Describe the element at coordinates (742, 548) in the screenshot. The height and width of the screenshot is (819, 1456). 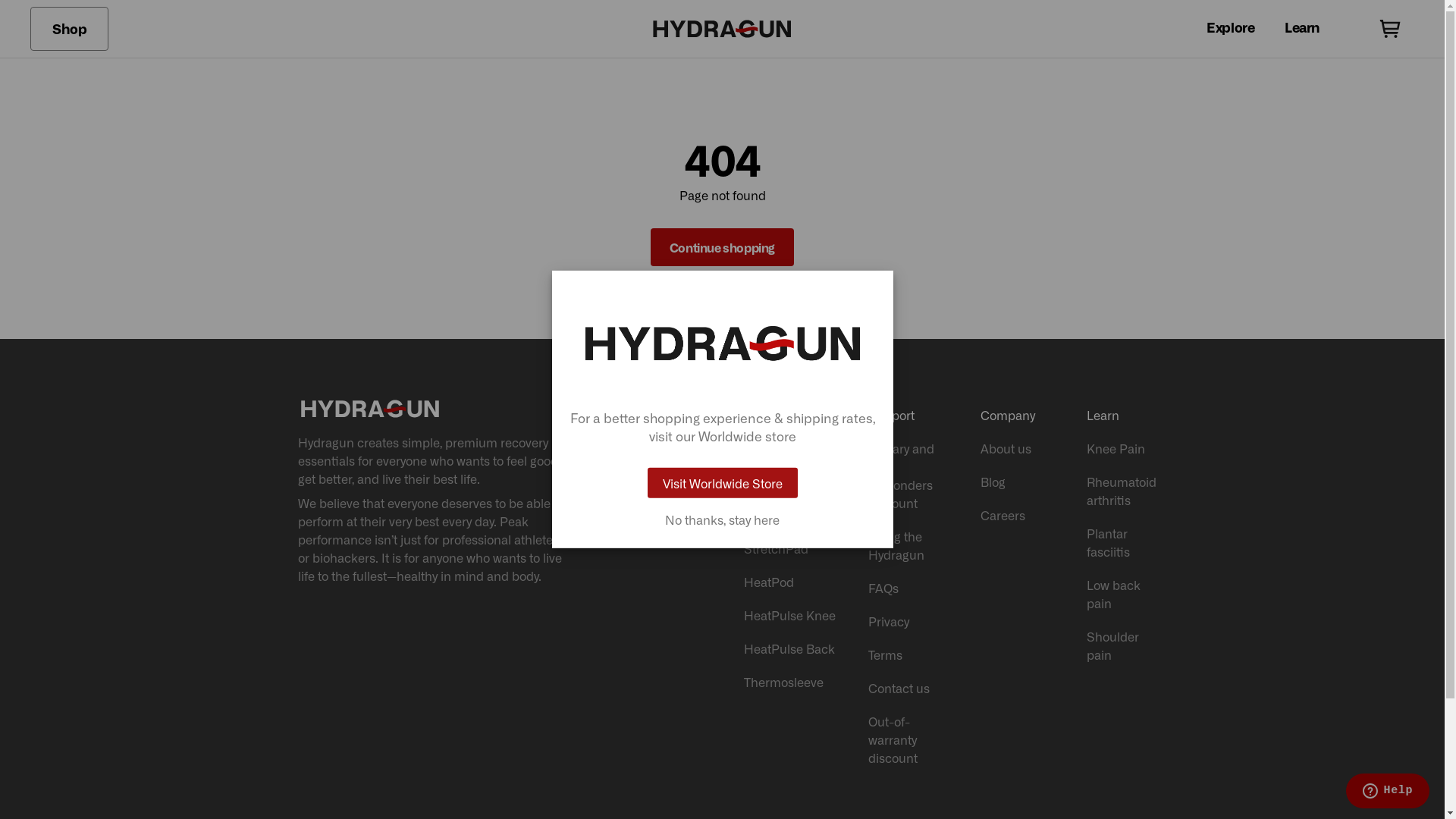
I see `'StretchPad'` at that location.